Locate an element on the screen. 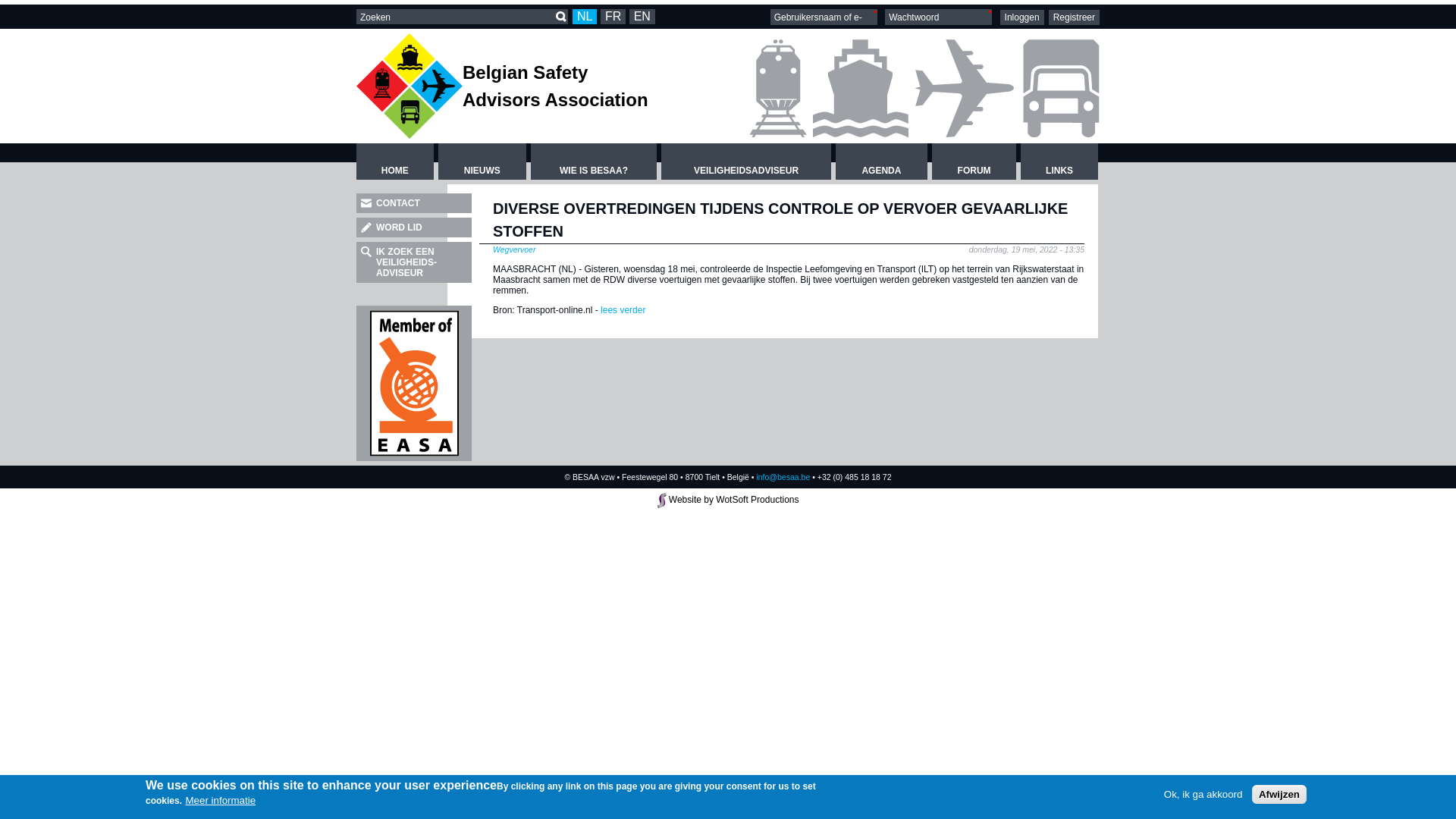 This screenshot has height=819, width=1456. 'Meer informatie' is located at coordinates (219, 799).